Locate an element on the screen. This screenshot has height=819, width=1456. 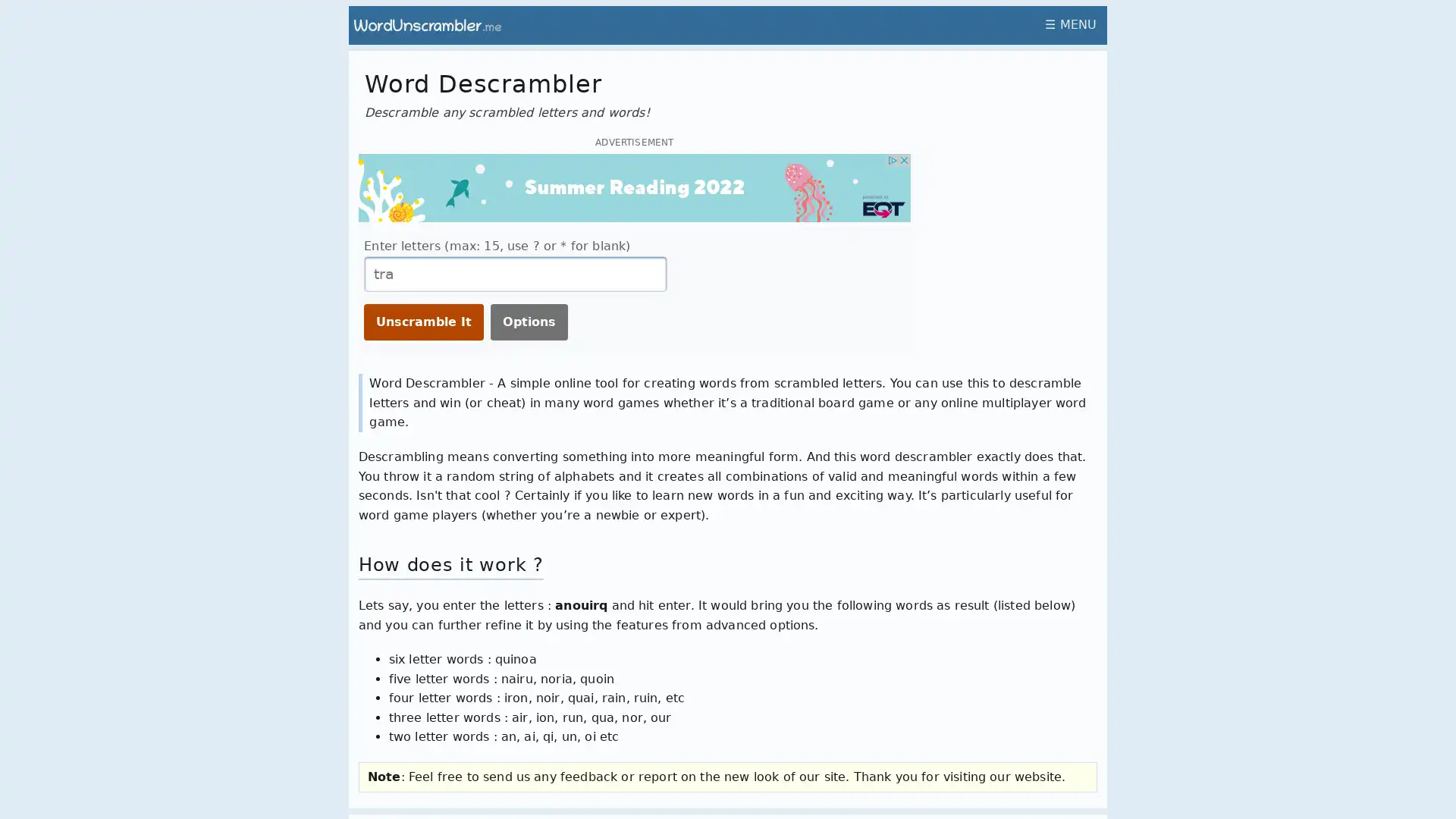
Unscramble It is located at coordinates (423, 321).